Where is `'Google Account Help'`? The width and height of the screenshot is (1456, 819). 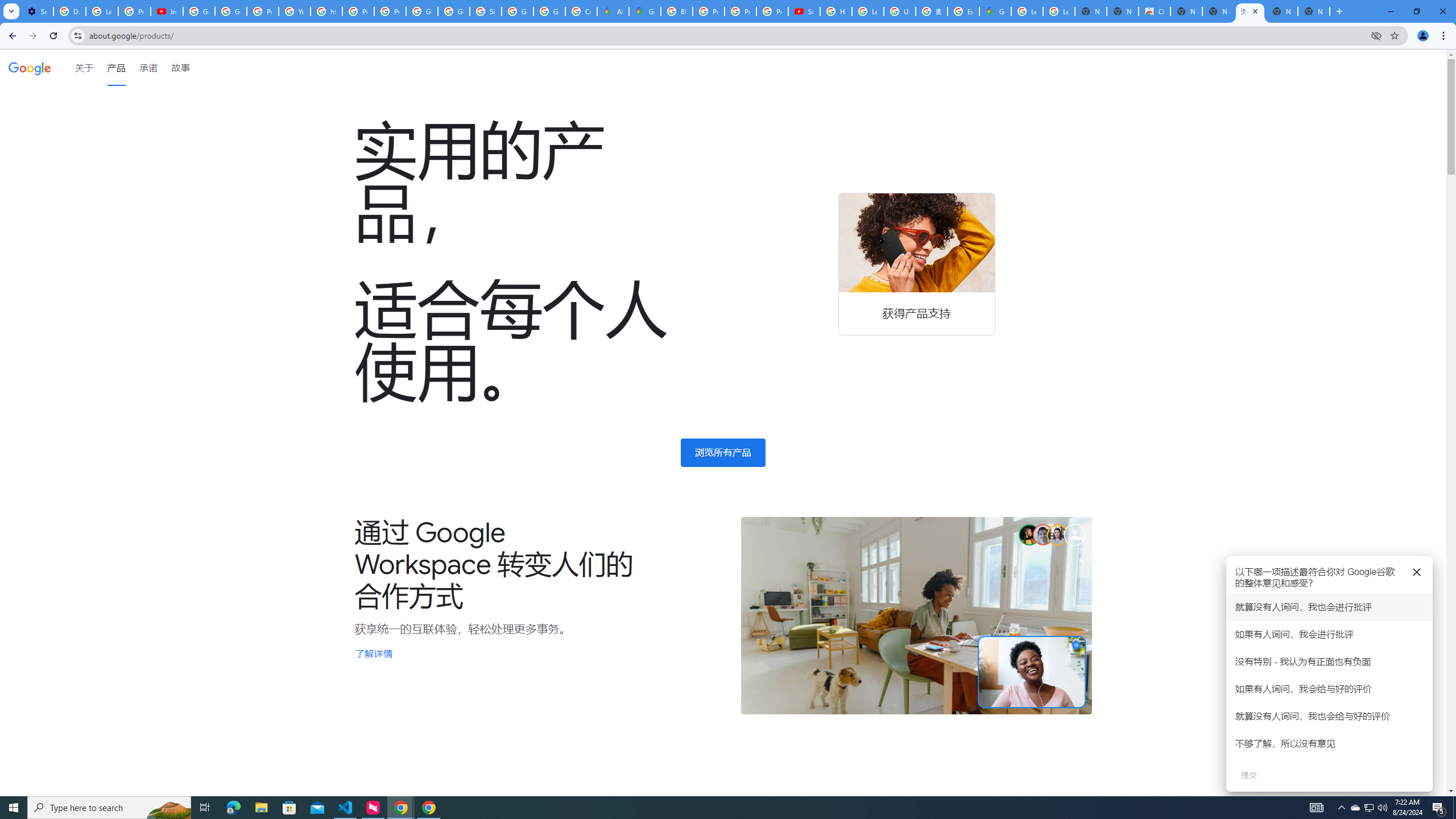 'Google Account Help' is located at coordinates (198, 11).